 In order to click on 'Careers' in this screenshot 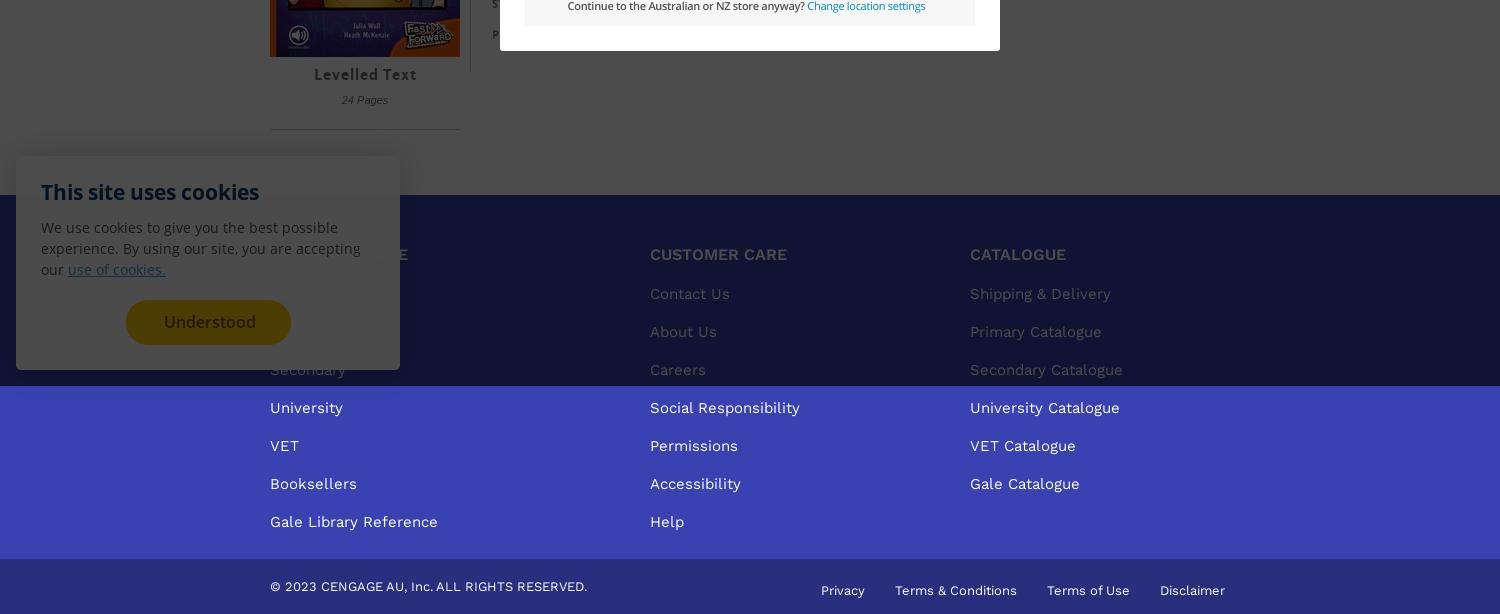, I will do `click(678, 369)`.